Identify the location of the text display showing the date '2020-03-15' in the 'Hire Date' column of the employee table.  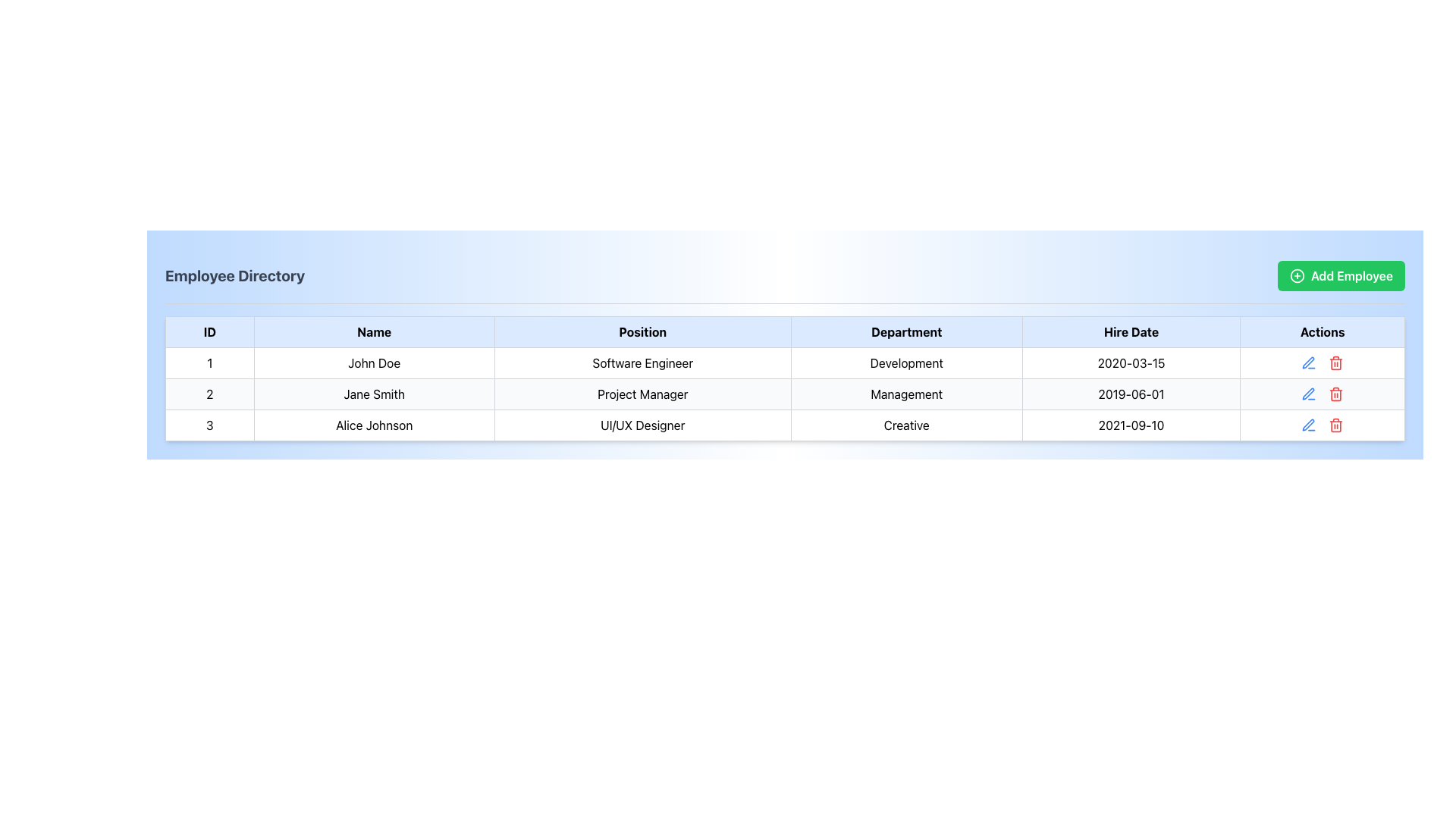
(1131, 362).